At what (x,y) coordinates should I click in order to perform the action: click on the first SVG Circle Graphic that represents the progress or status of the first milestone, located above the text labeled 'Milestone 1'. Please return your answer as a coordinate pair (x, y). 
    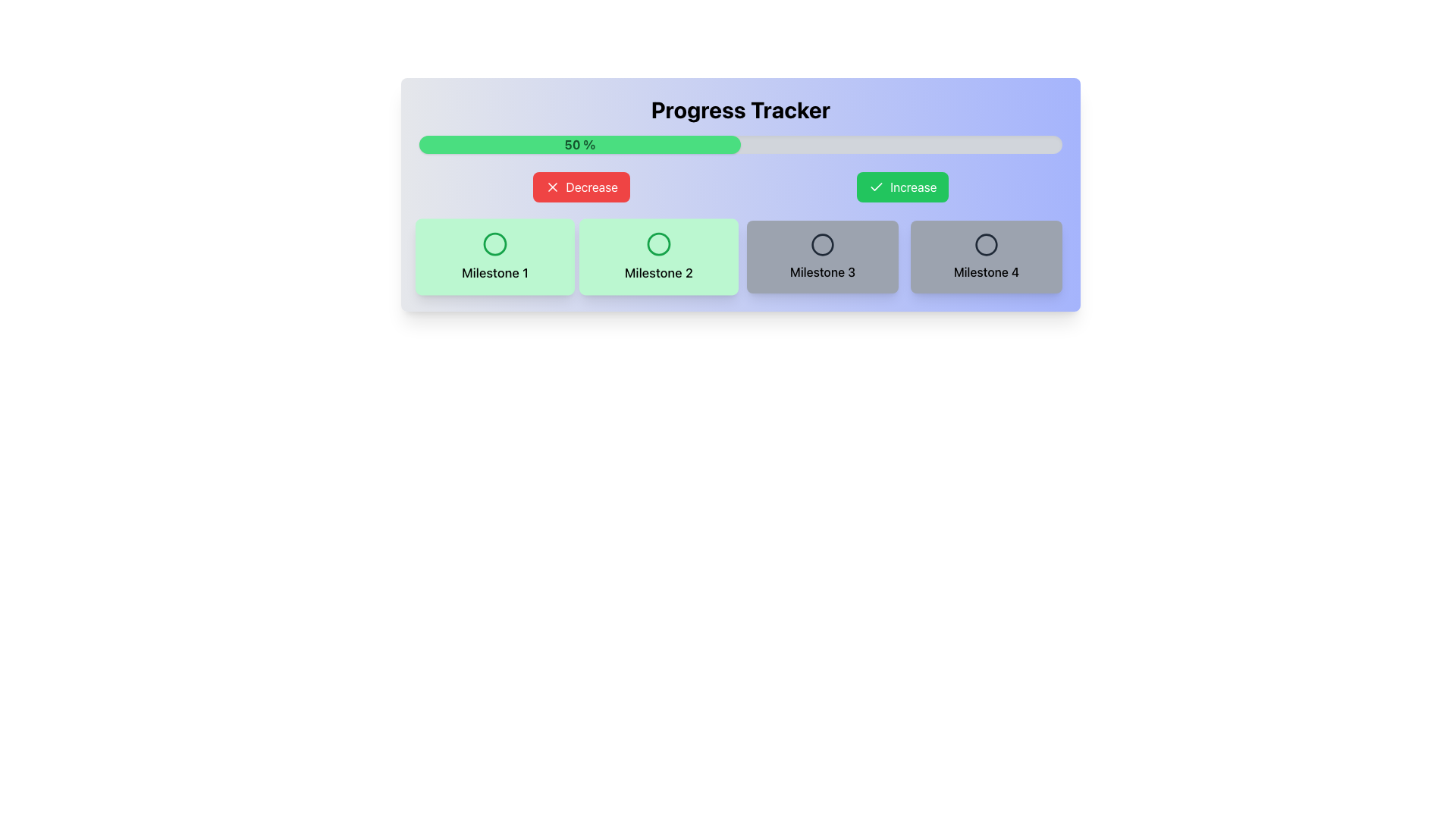
    Looking at the image, I should click on (494, 243).